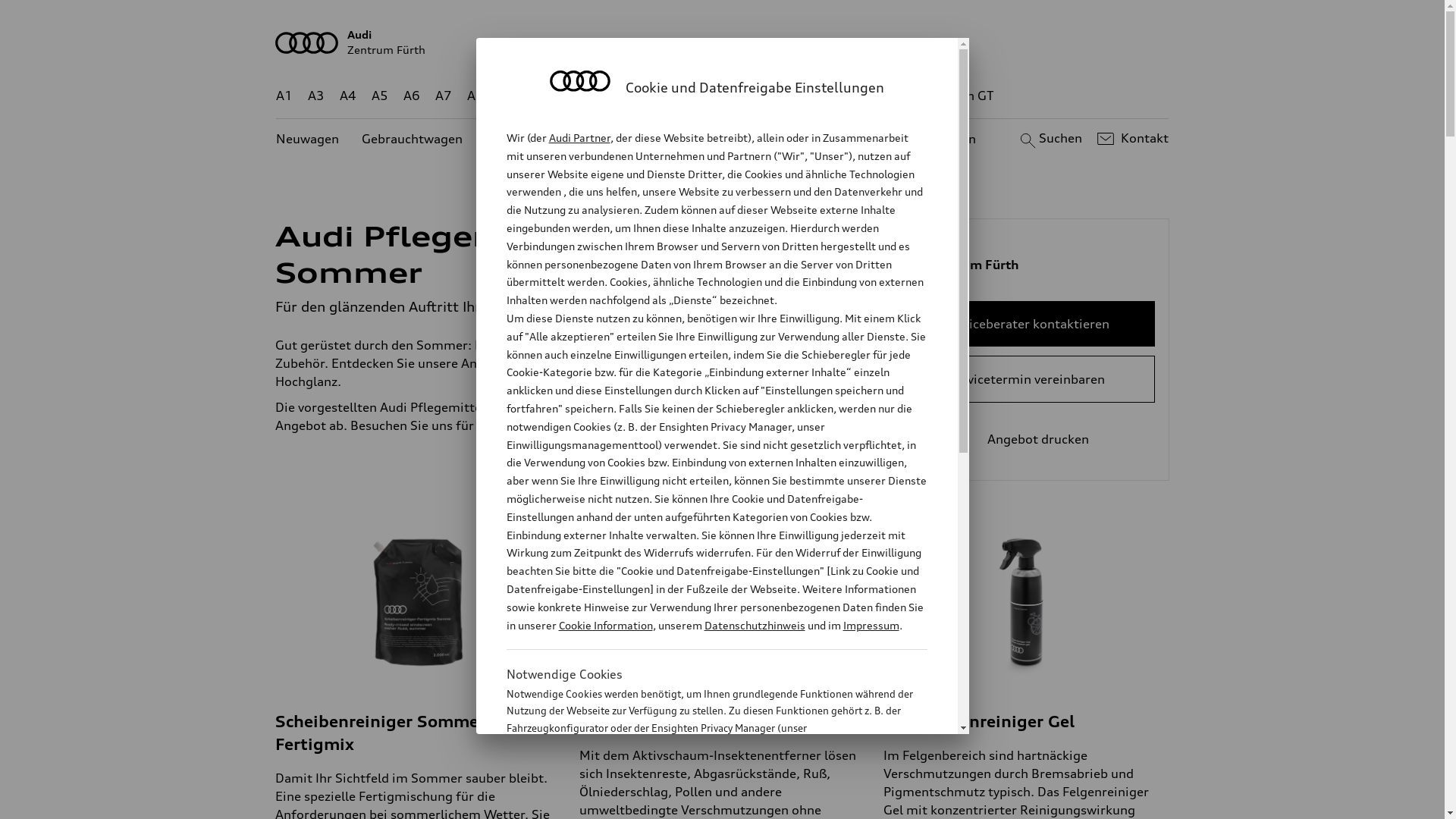 The width and height of the screenshot is (1456, 819). What do you see at coordinates (276, 96) in the screenshot?
I see `'A1'` at bounding box center [276, 96].